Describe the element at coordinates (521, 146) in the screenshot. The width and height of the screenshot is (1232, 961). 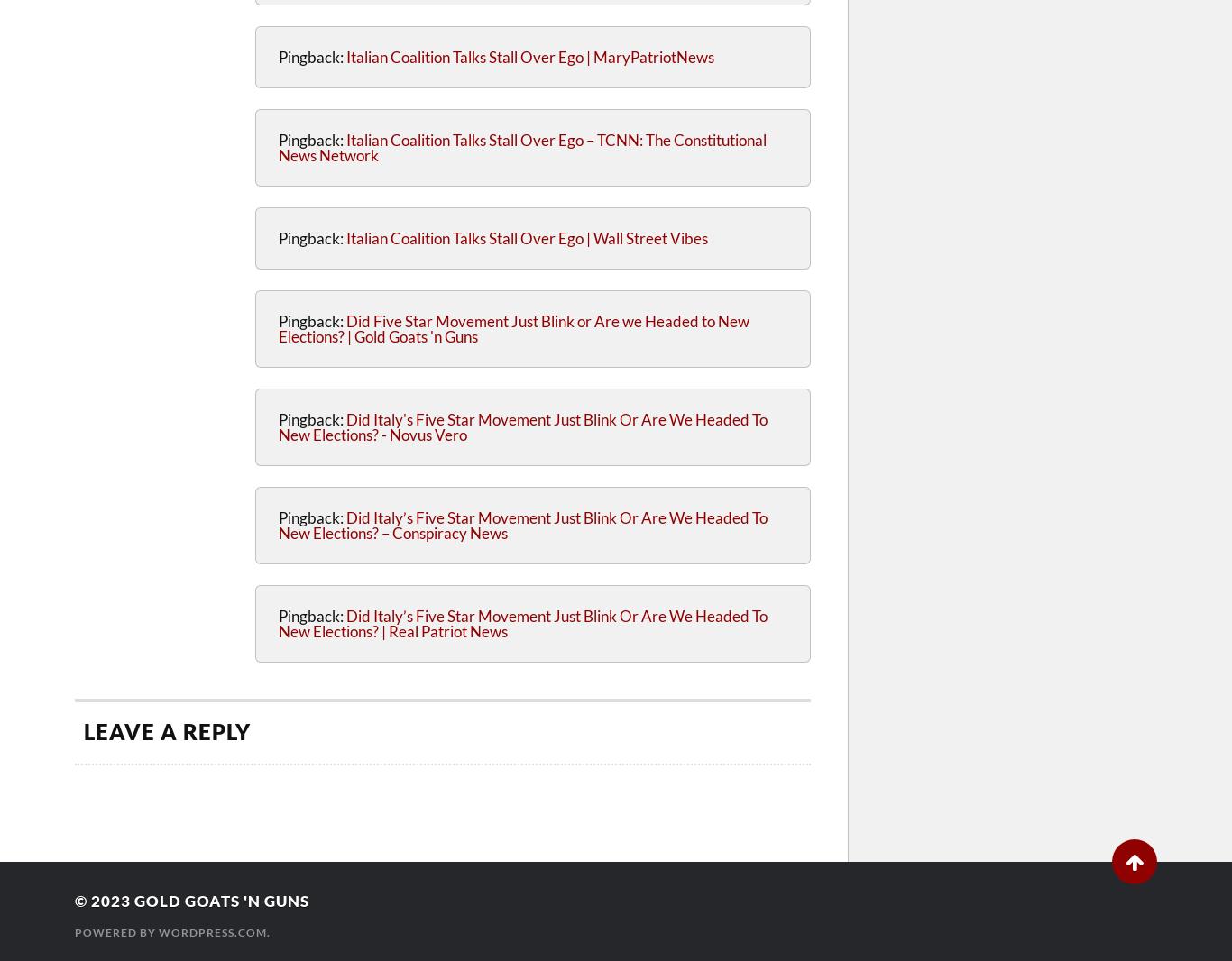
I see `'Italian Coalition Talks Stall Over Ego – TCNN: The Constitutional News Network'` at that location.